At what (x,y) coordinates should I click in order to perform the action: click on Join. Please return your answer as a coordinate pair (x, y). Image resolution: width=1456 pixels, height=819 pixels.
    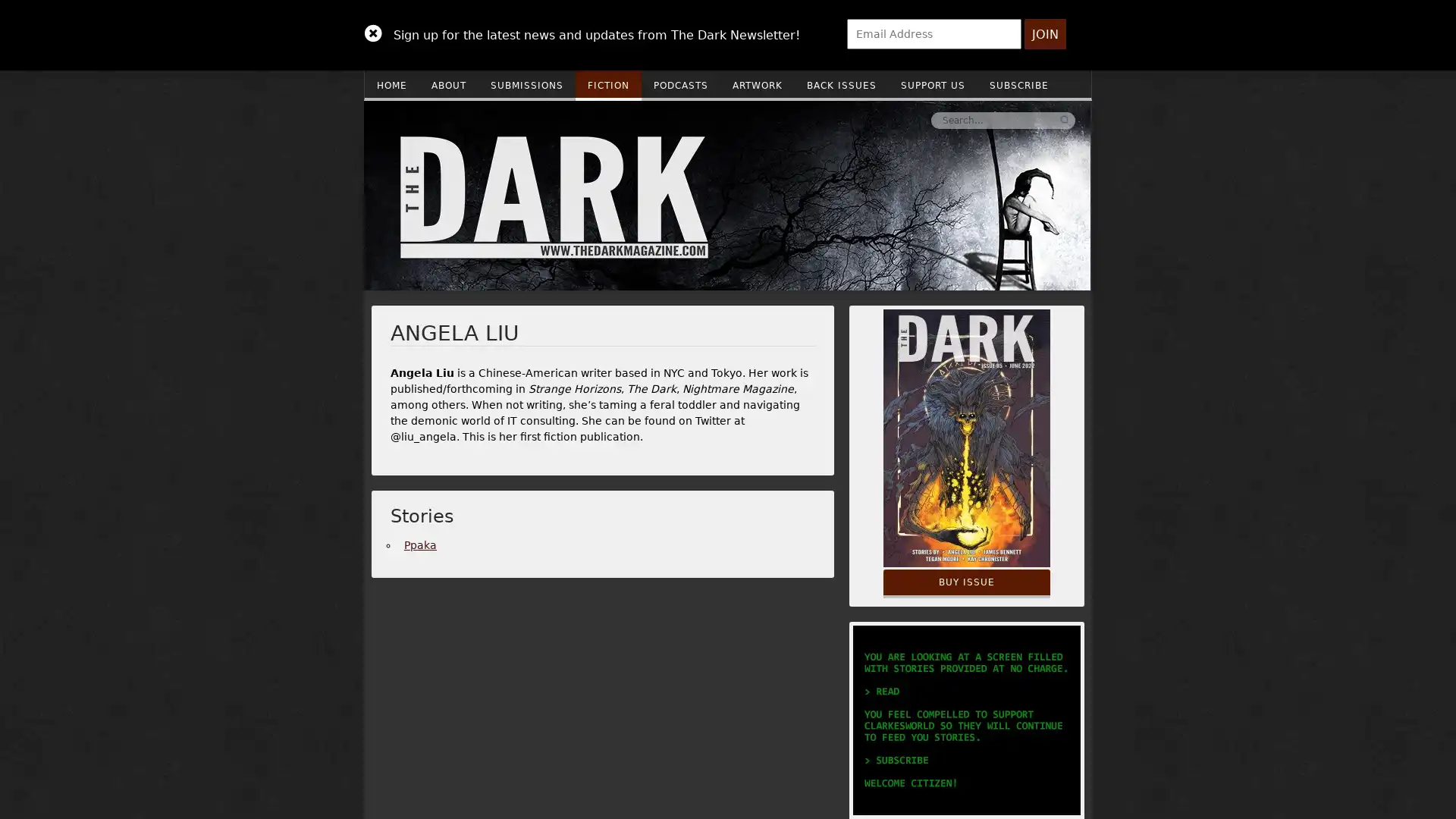
    Looking at the image, I should click on (1044, 34).